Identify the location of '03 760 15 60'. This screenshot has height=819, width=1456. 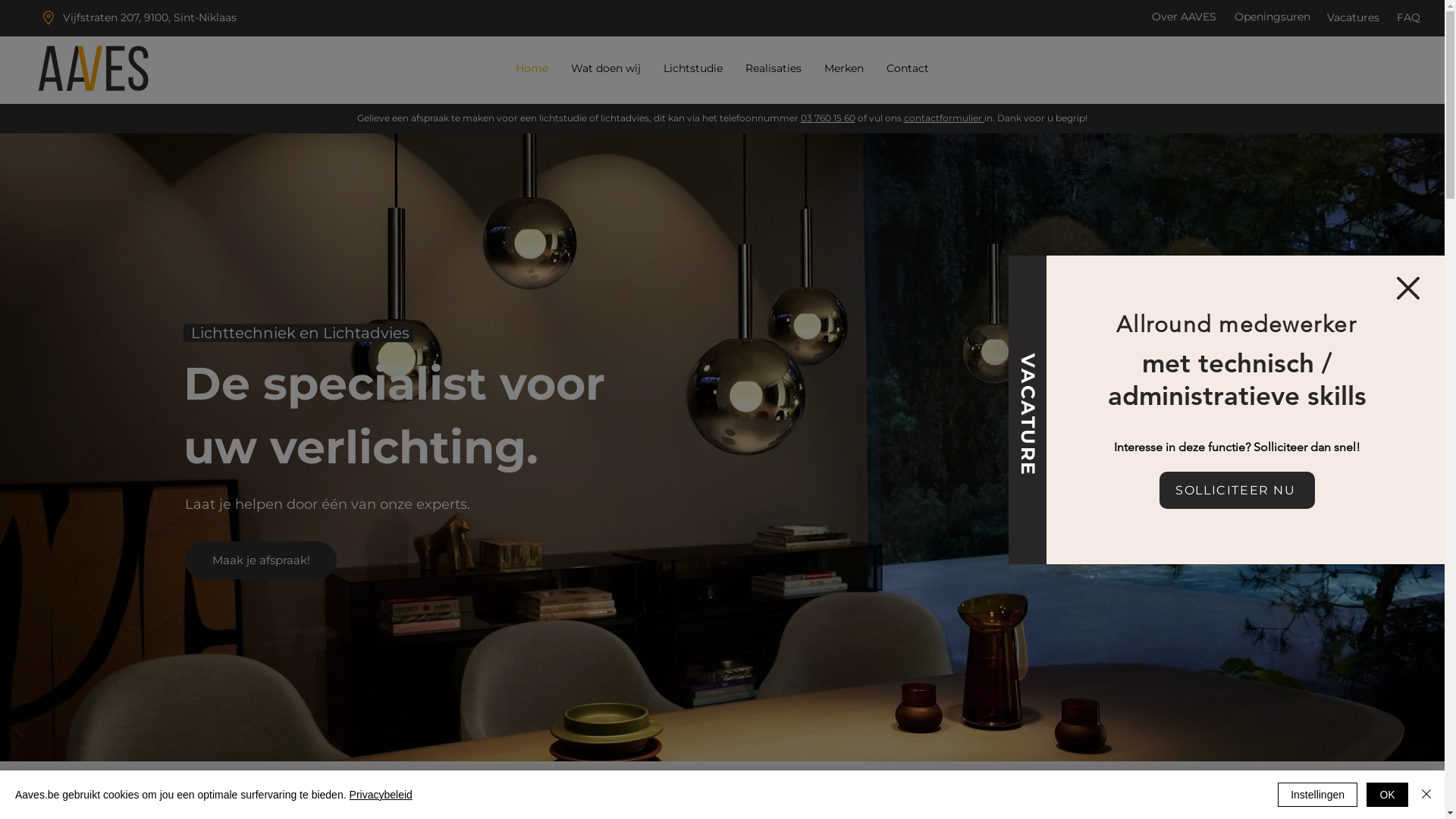
(827, 117).